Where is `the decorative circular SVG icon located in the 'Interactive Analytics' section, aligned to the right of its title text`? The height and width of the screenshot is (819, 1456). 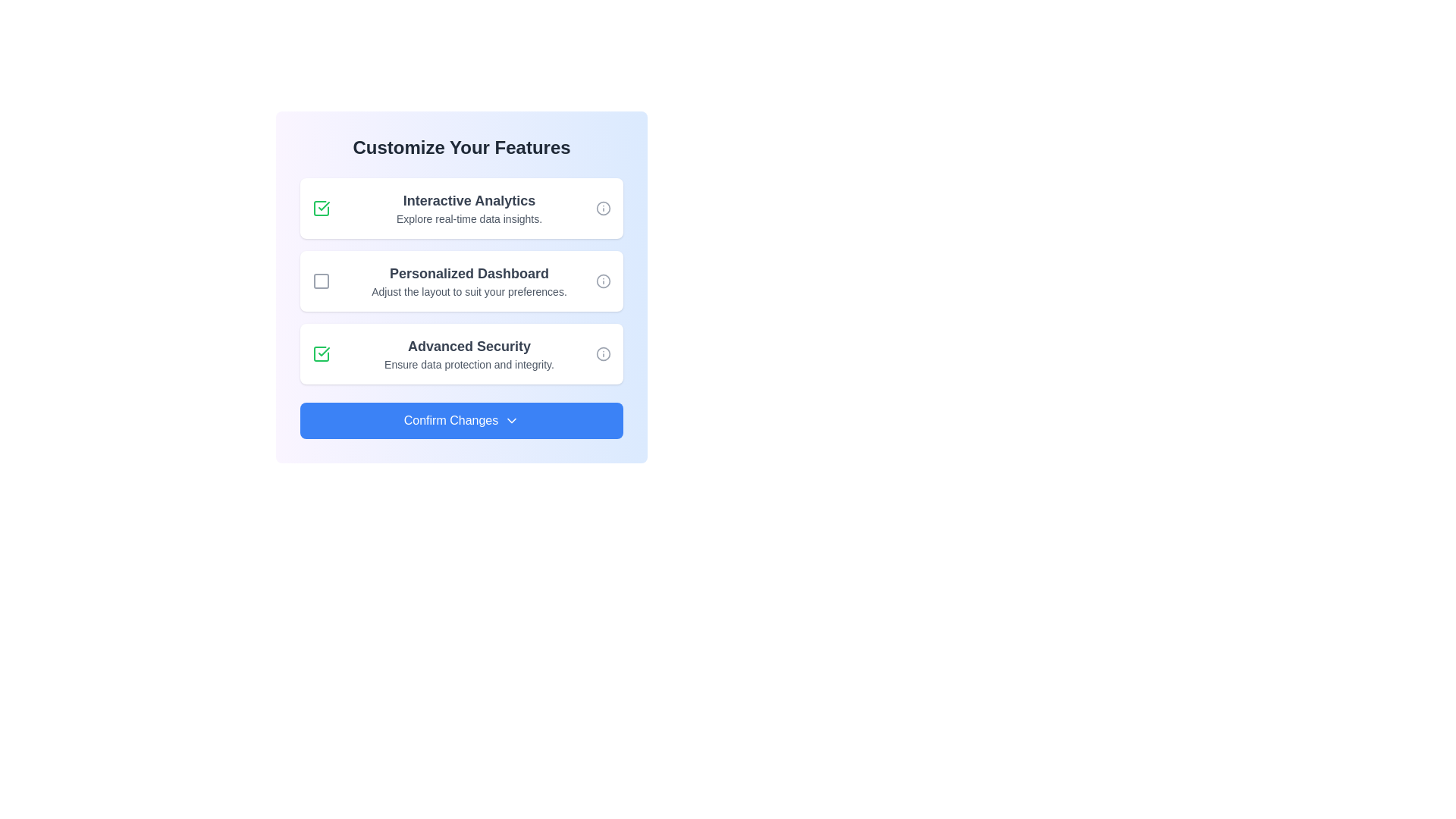
the decorative circular SVG icon located in the 'Interactive Analytics' section, aligned to the right of its title text is located at coordinates (603, 208).